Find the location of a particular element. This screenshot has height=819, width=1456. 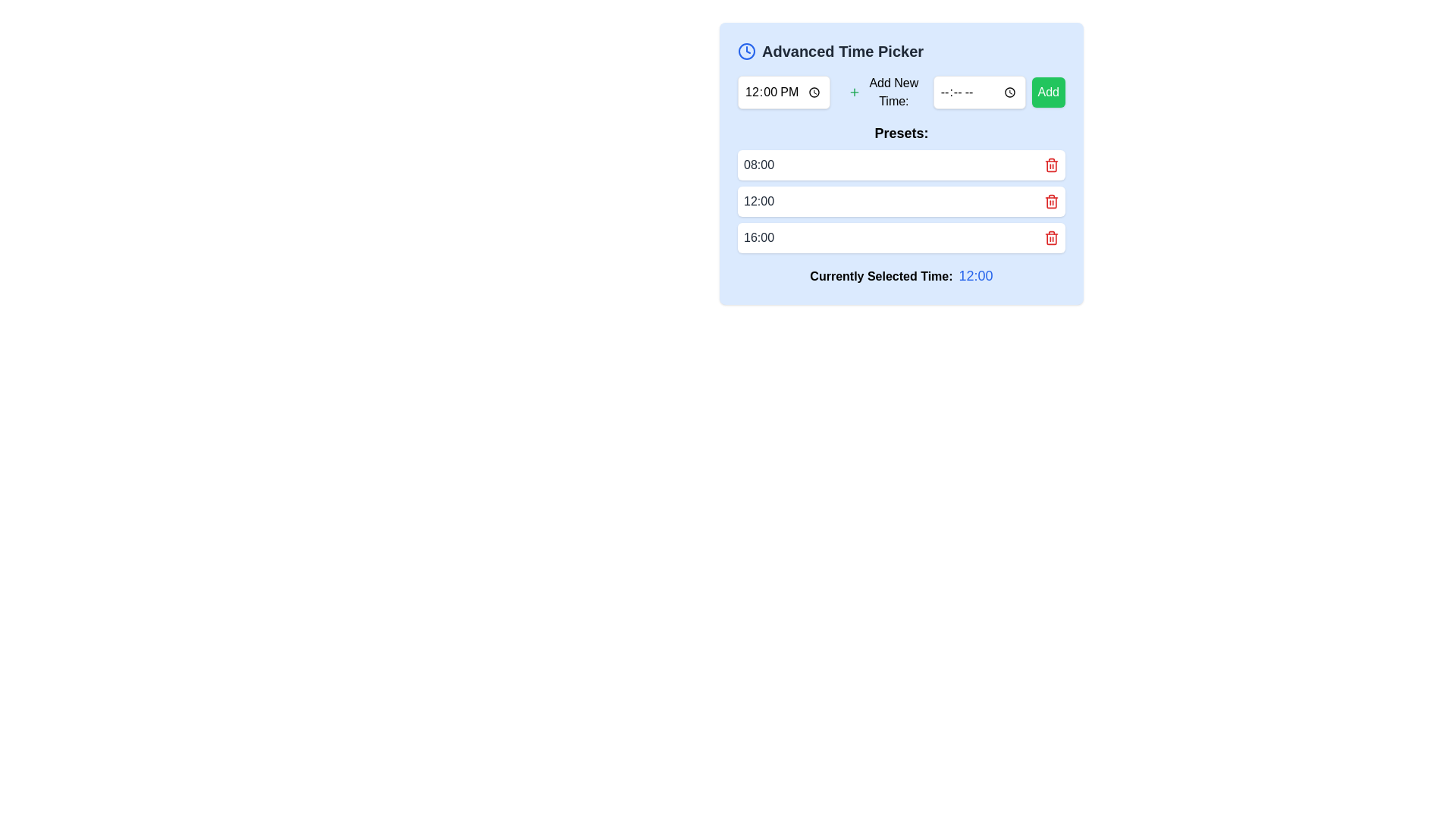

the Text Label that indicates the currently selected time, positioned to the left of the time display '12:00' is located at coordinates (881, 276).